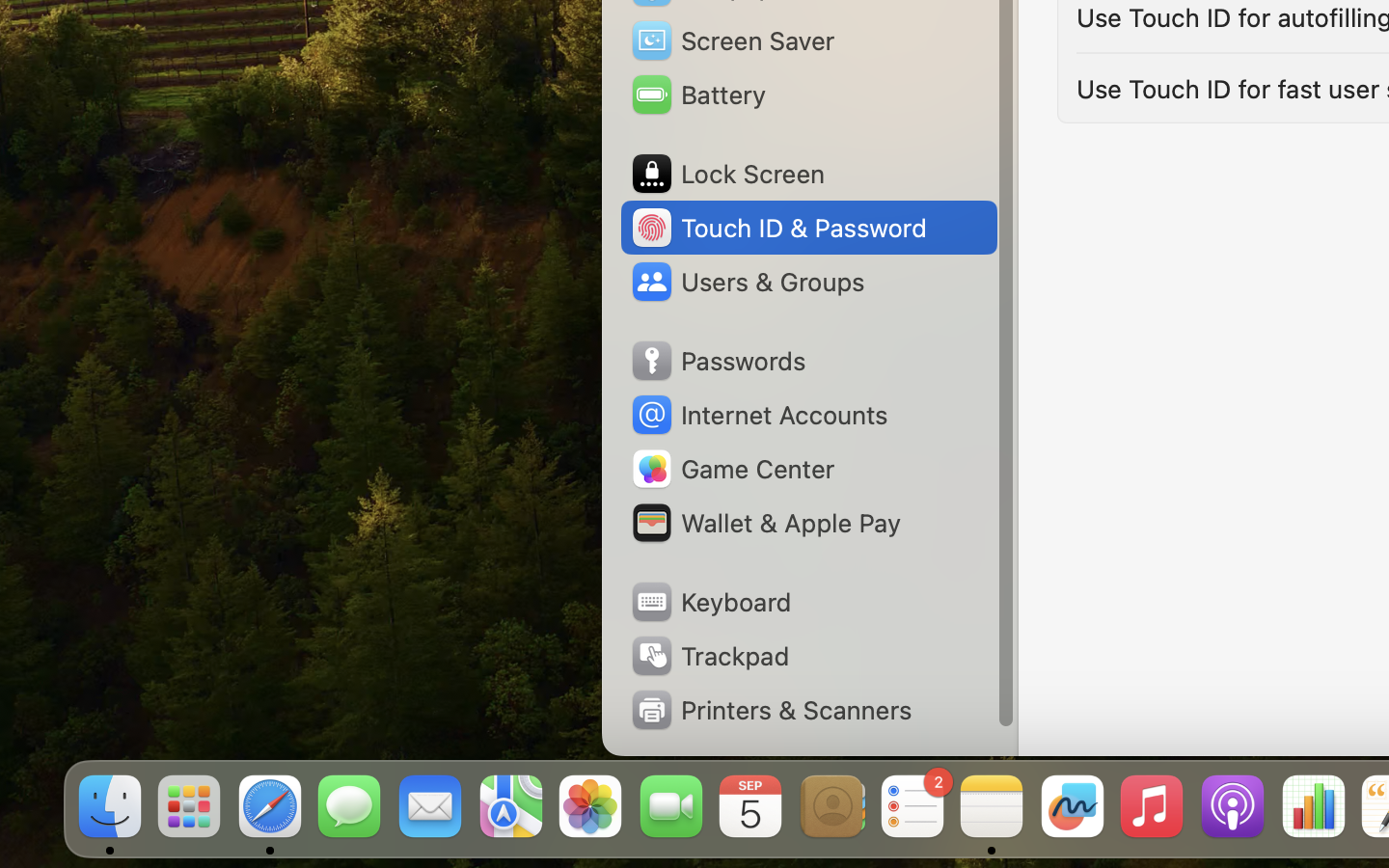  What do you see at coordinates (771, 709) in the screenshot?
I see `'Printers & Scanners'` at bounding box center [771, 709].